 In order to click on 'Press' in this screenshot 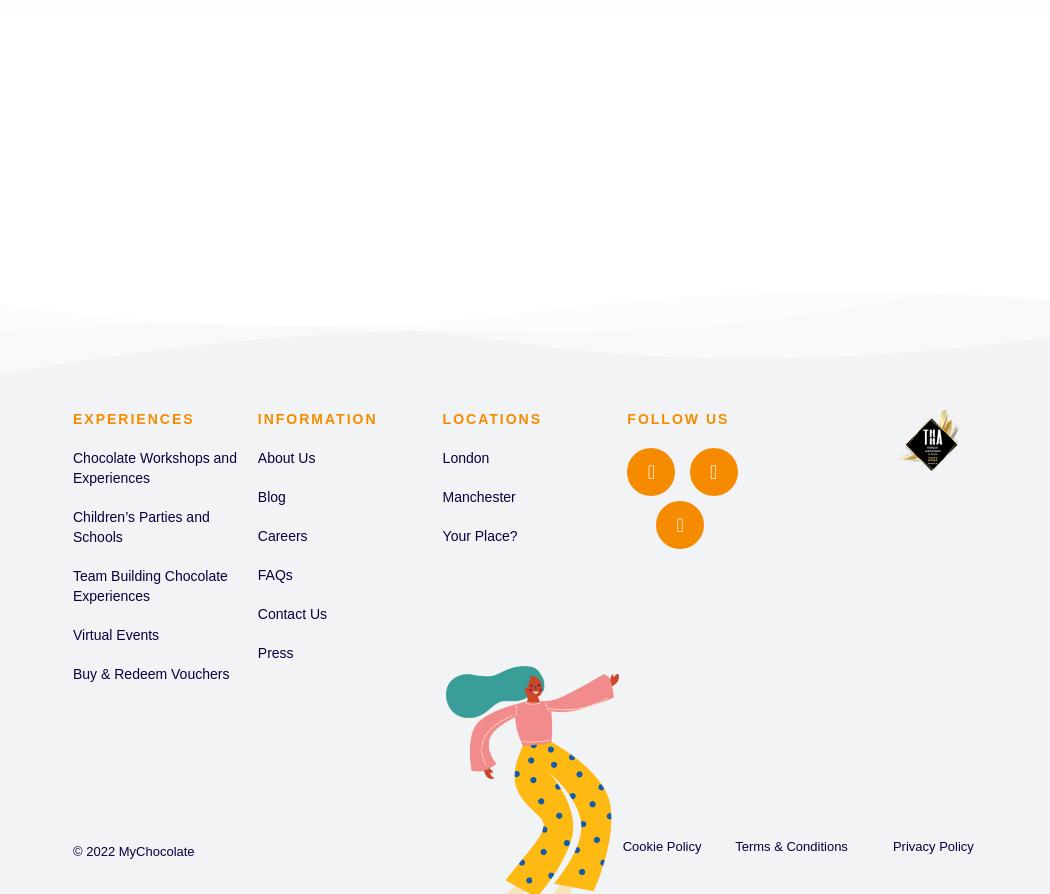, I will do `click(273, 652)`.